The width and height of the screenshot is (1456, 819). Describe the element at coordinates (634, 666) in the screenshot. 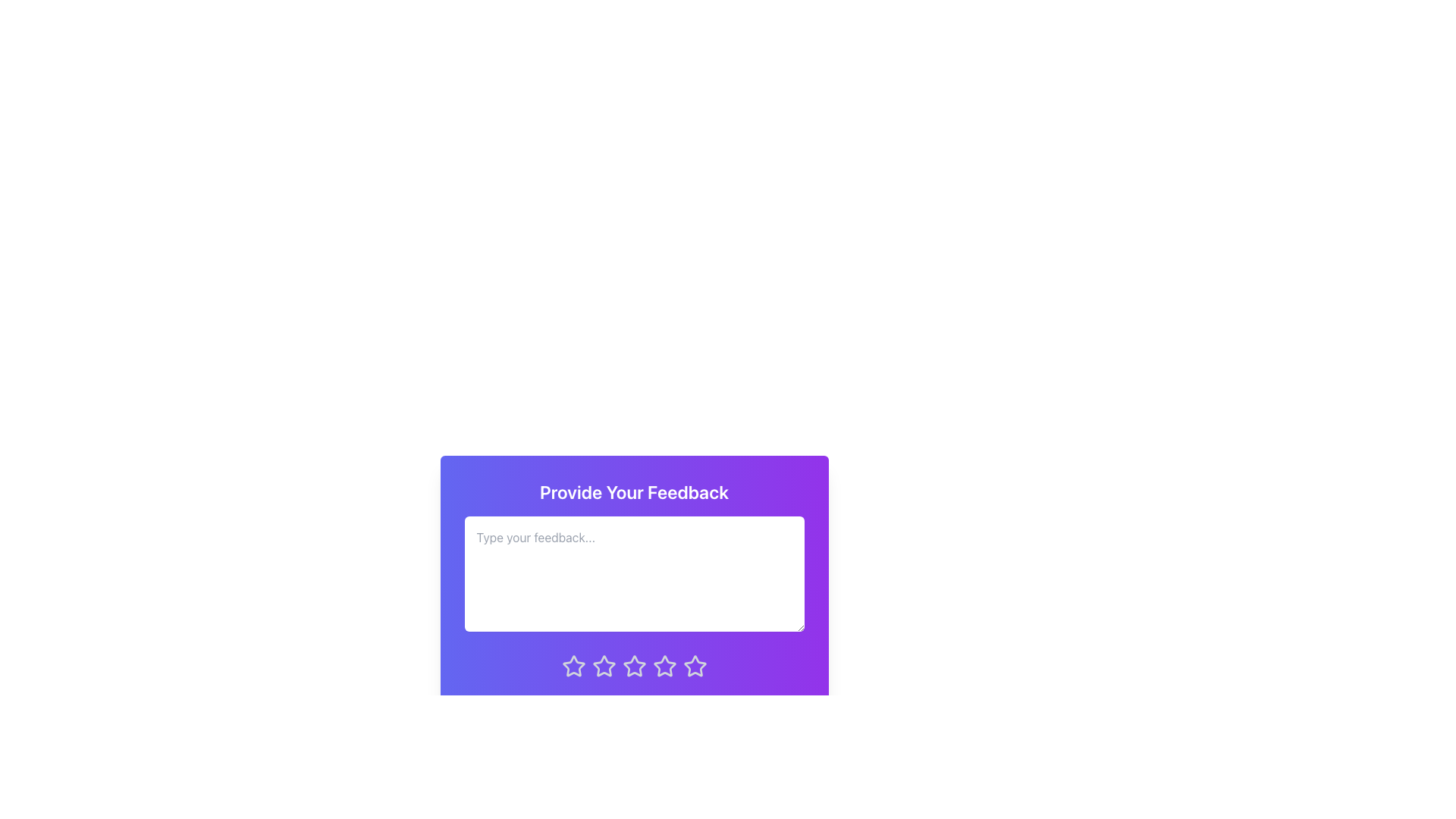

I see `the fourth star-shaped rating icon in a row of five stars` at that location.